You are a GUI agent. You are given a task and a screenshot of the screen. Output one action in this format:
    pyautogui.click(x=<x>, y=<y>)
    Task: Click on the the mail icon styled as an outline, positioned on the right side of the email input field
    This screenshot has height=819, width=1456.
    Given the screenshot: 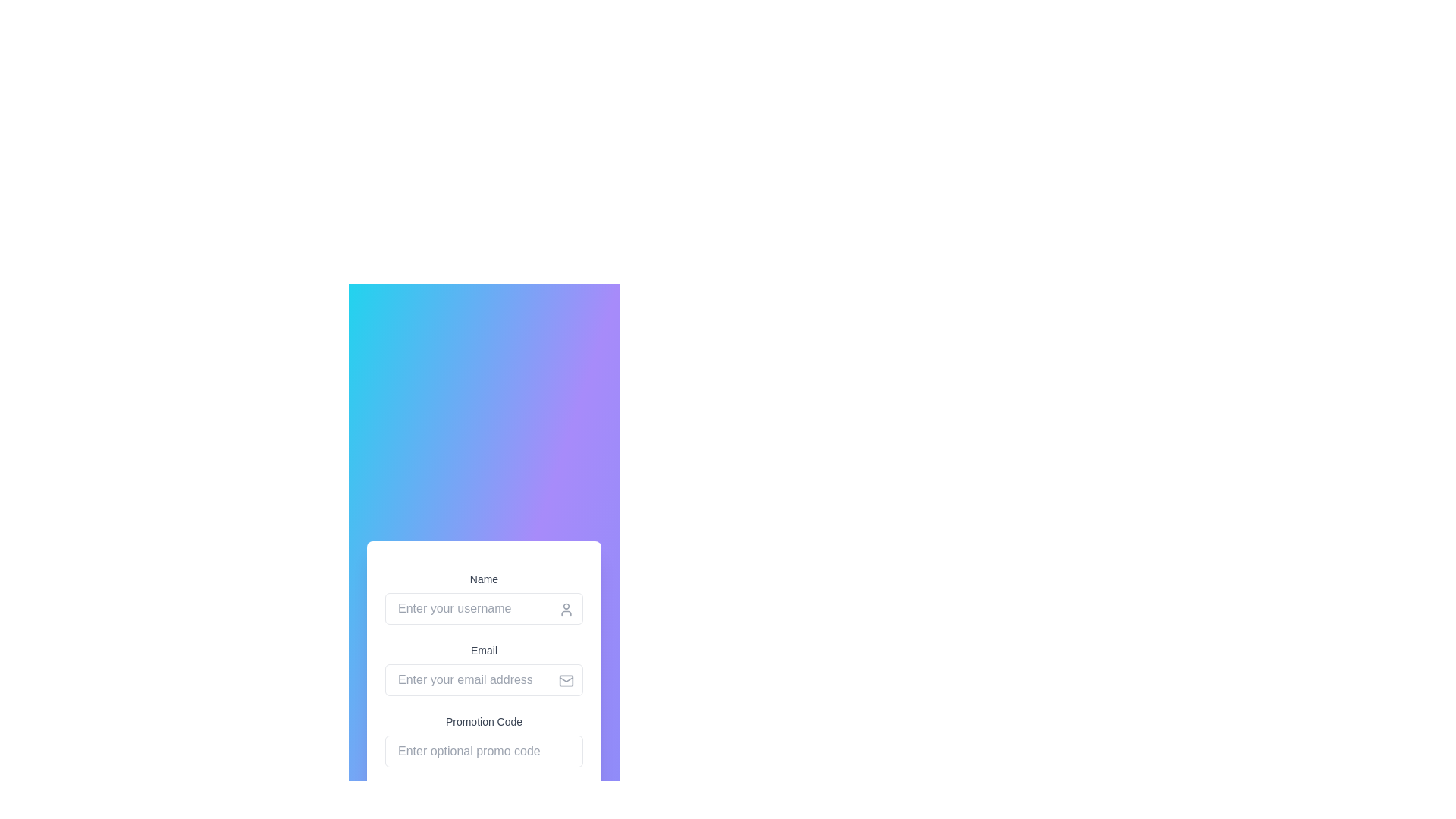 What is the action you would take?
    pyautogui.click(x=566, y=680)
    